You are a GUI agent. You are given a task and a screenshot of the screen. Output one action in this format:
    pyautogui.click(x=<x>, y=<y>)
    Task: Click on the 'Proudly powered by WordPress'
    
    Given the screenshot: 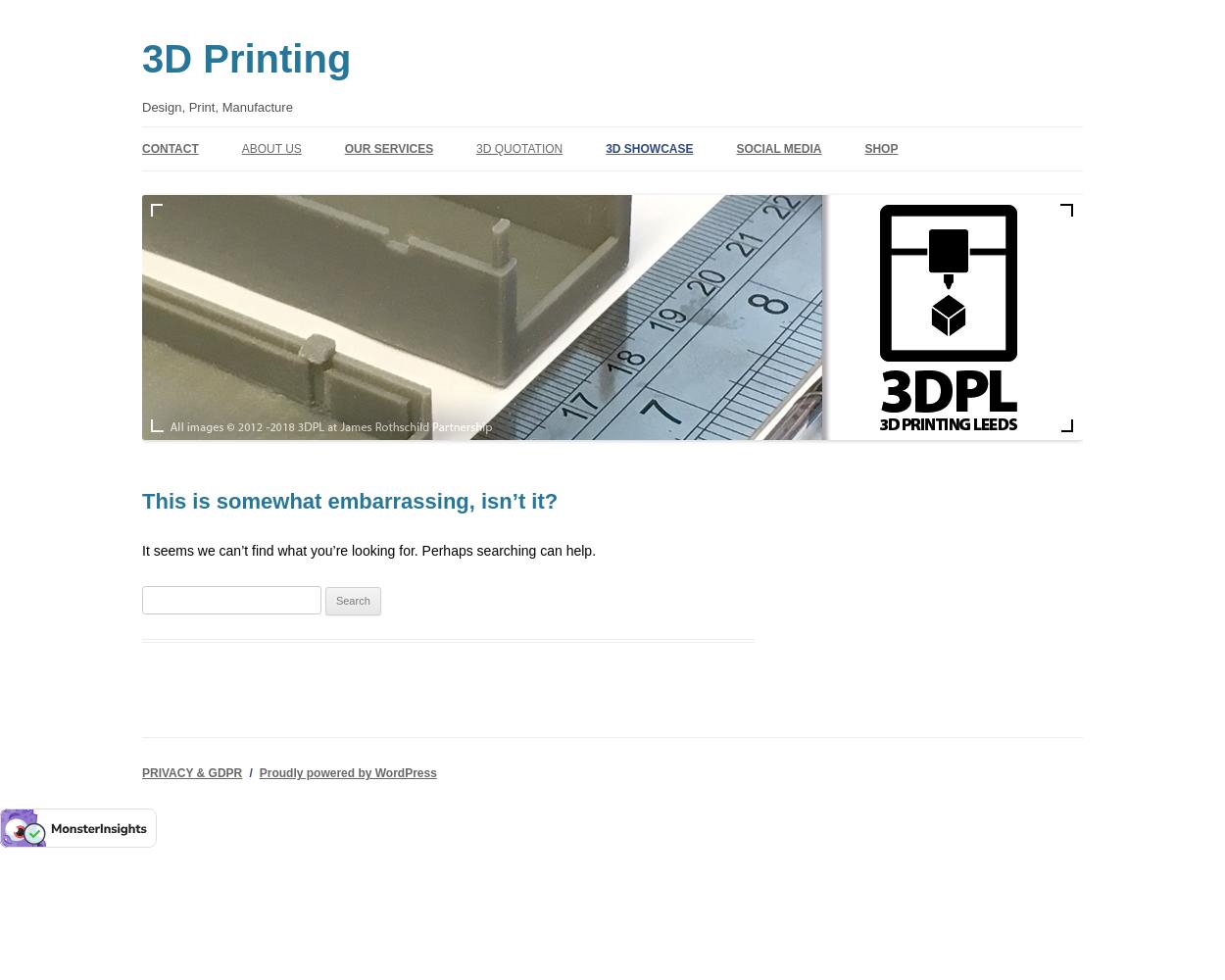 What is the action you would take?
    pyautogui.click(x=346, y=773)
    